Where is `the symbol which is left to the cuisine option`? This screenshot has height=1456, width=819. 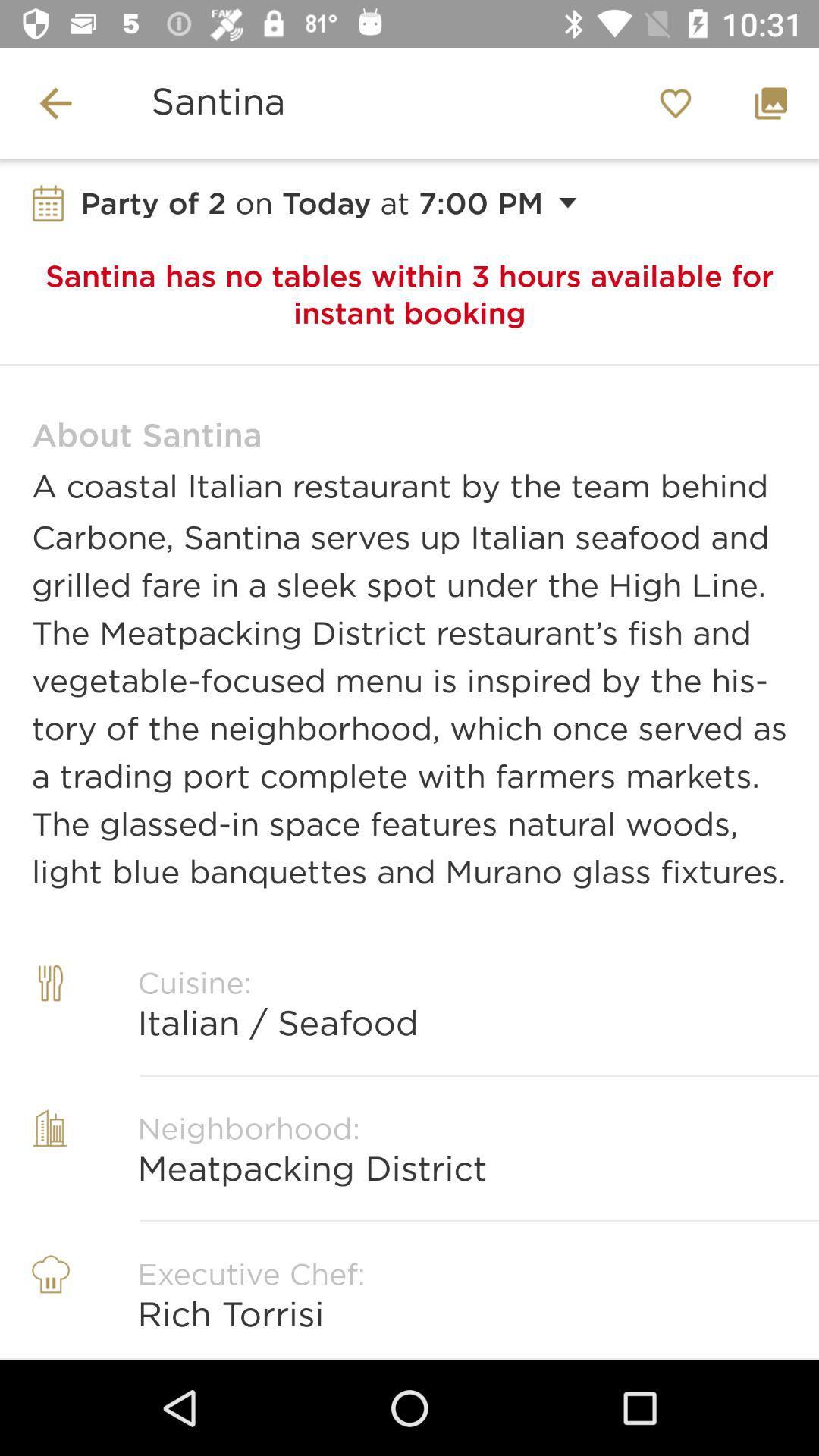 the symbol which is left to the cuisine option is located at coordinates (49, 1019).